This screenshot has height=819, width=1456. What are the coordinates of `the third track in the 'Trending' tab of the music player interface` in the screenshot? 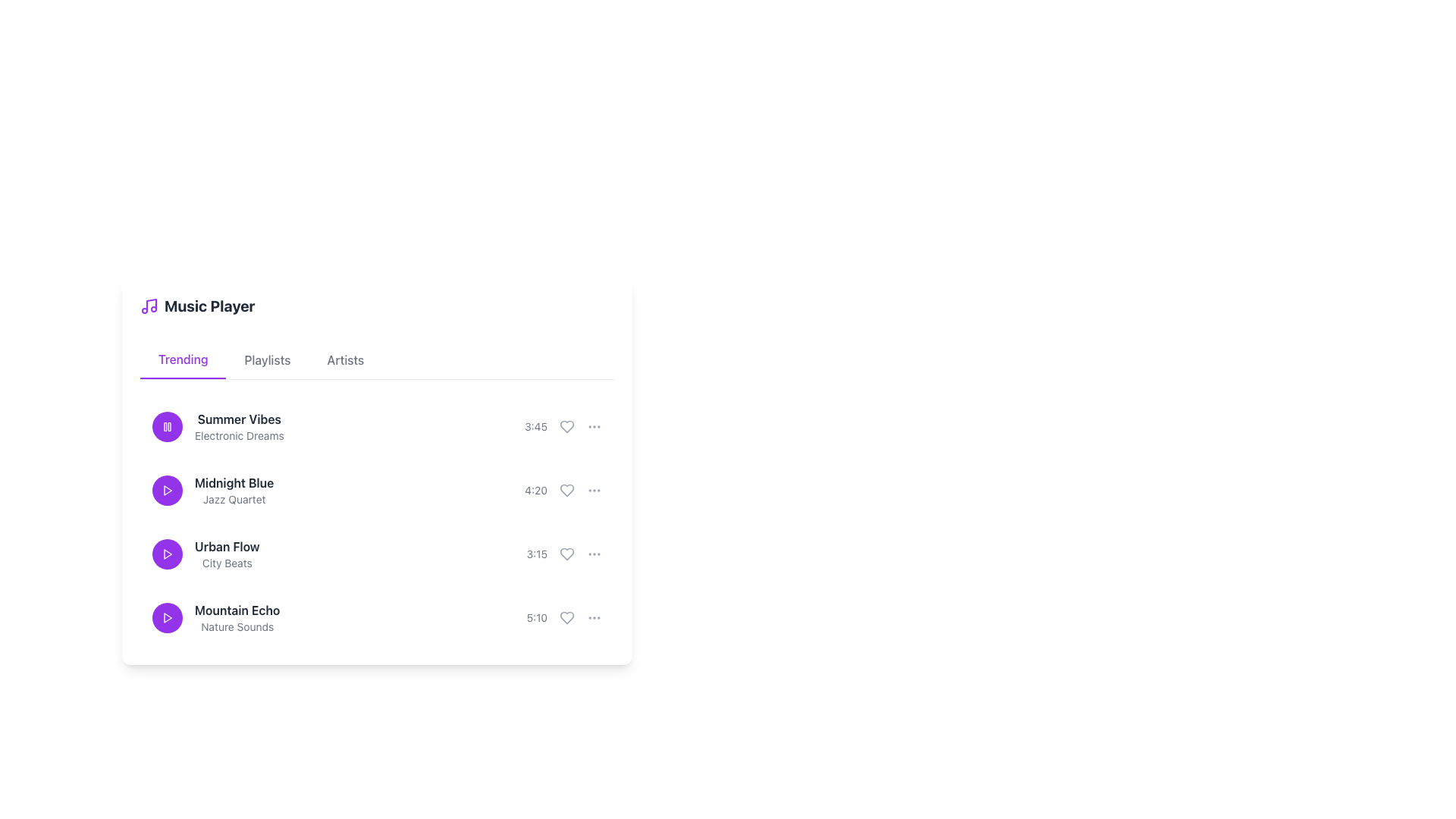 It's located at (205, 554).